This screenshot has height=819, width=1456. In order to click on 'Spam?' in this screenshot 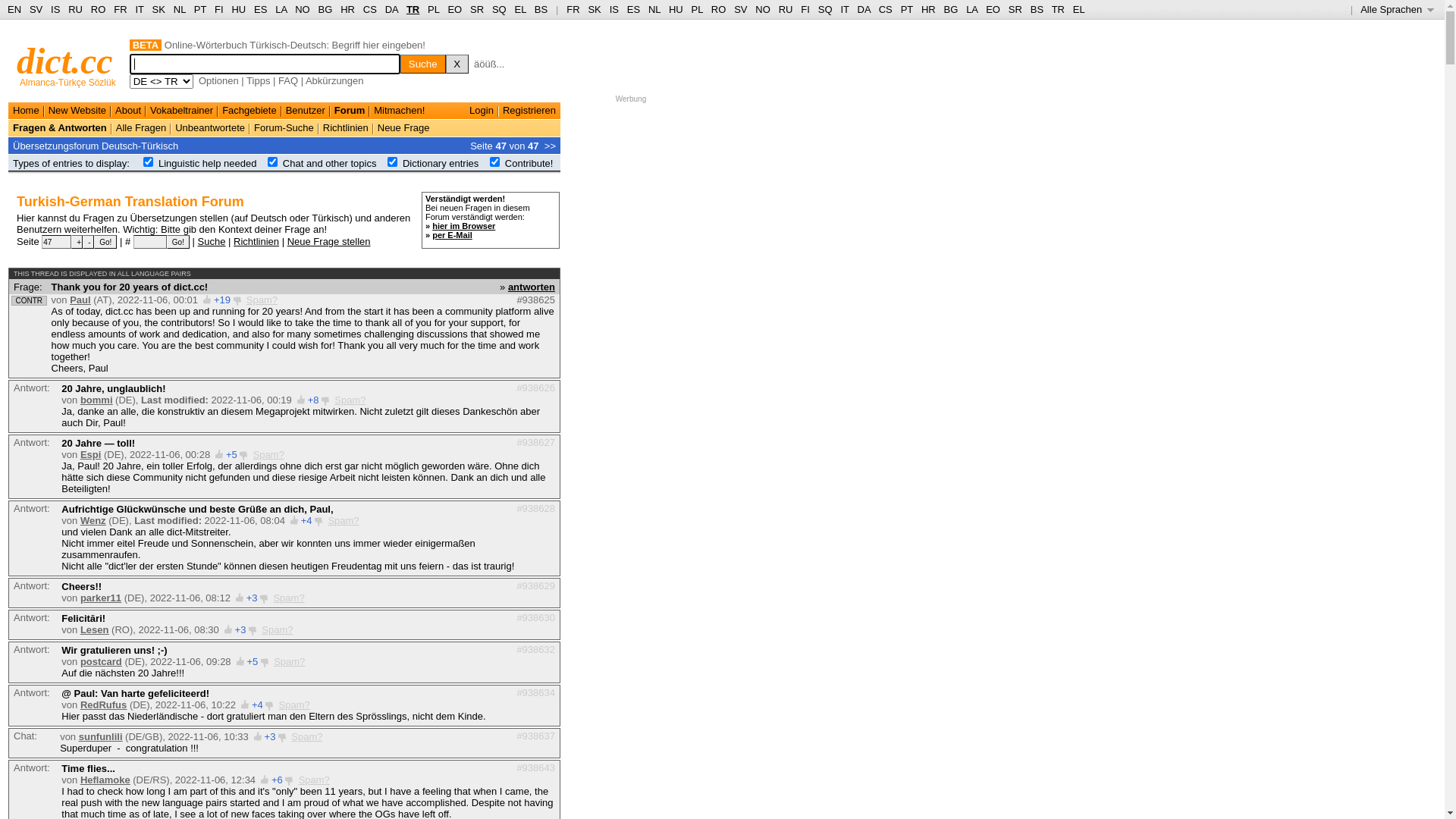, I will do `click(294, 704)`.